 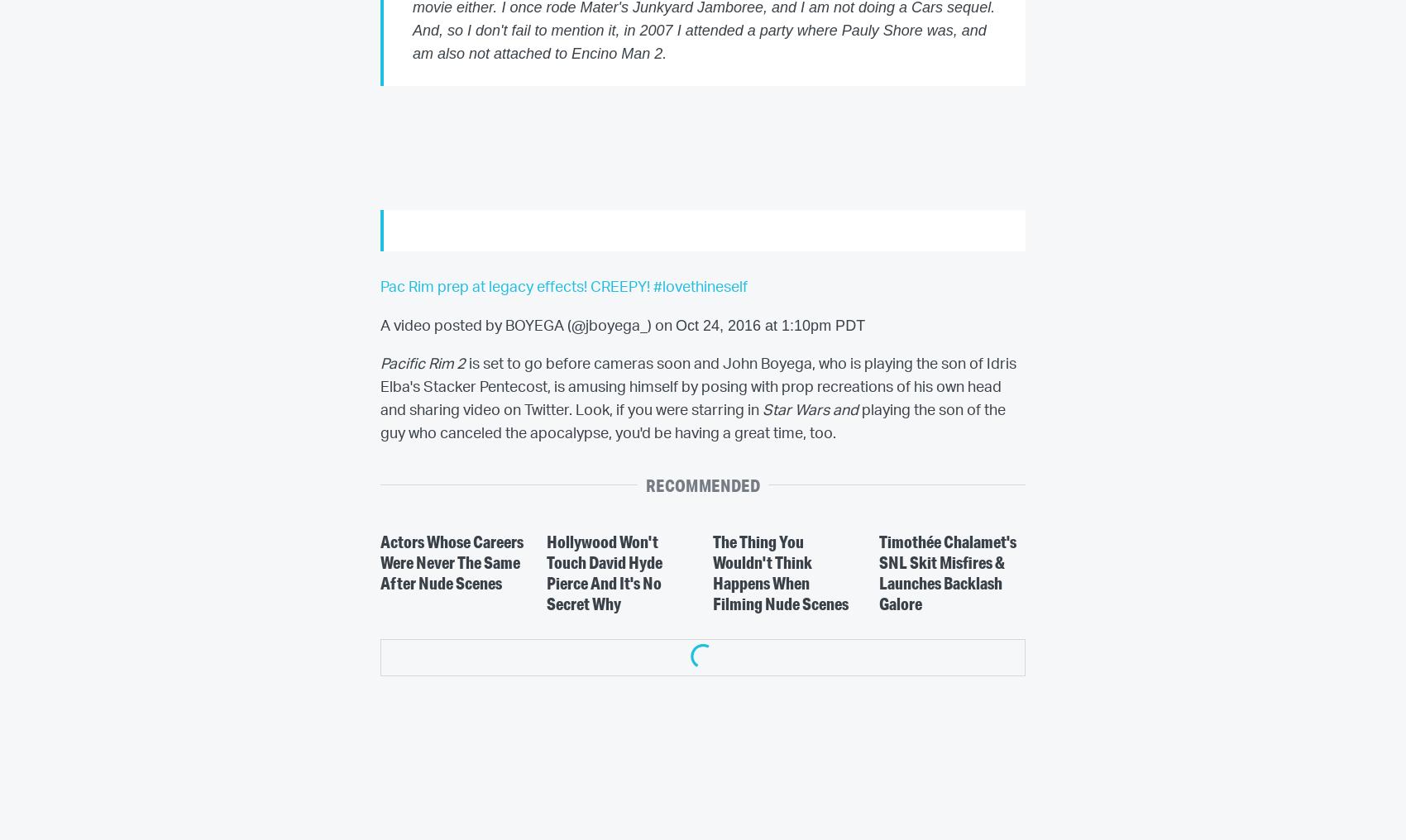 I want to click on 'Timothée Chalamet's SNL Skit Misfires & Launches Backlash Galore', so click(x=877, y=571).